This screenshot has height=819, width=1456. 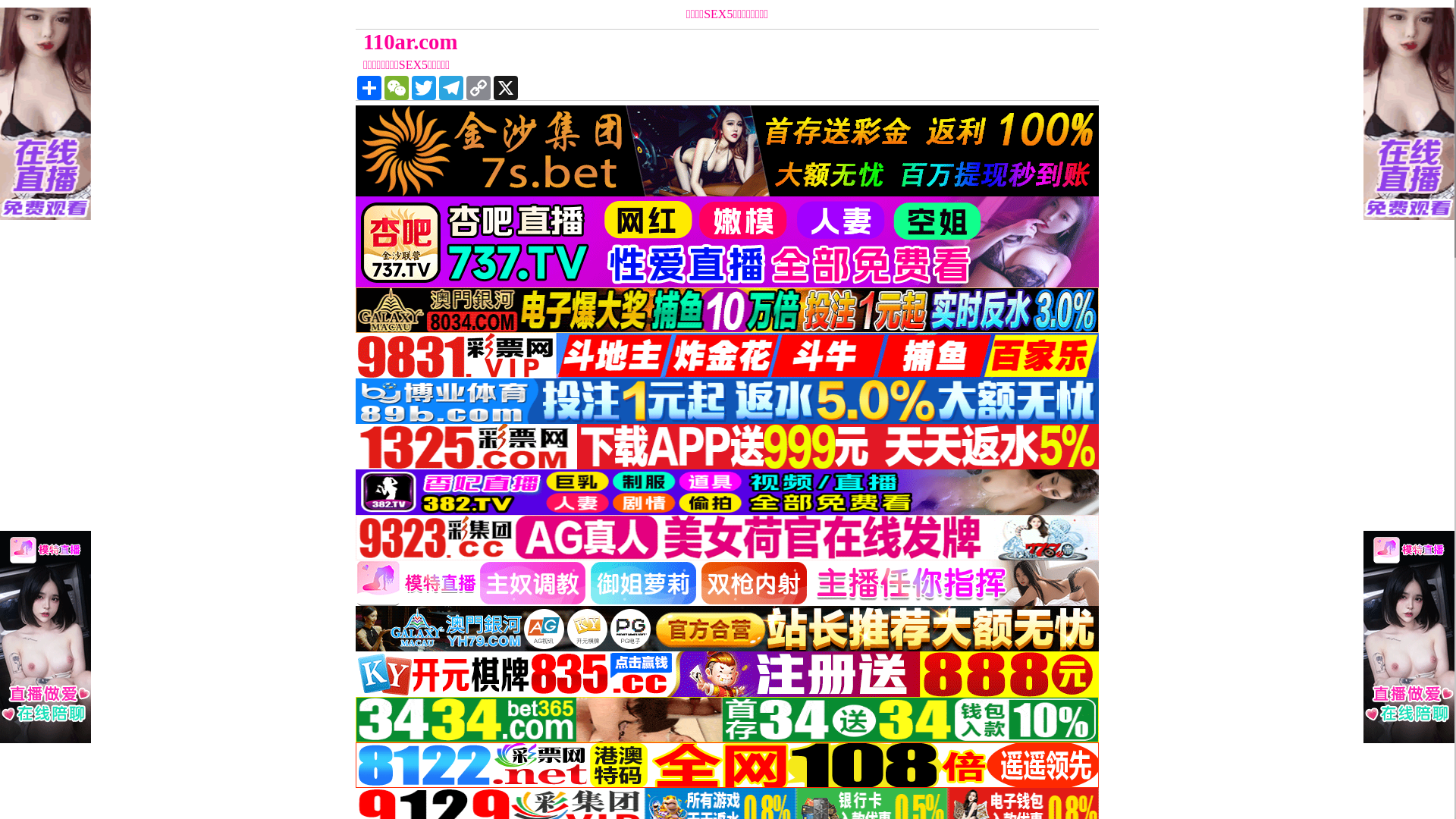 What do you see at coordinates (397, 87) in the screenshot?
I see `'WeChat'` at bounding box center [397, 87].